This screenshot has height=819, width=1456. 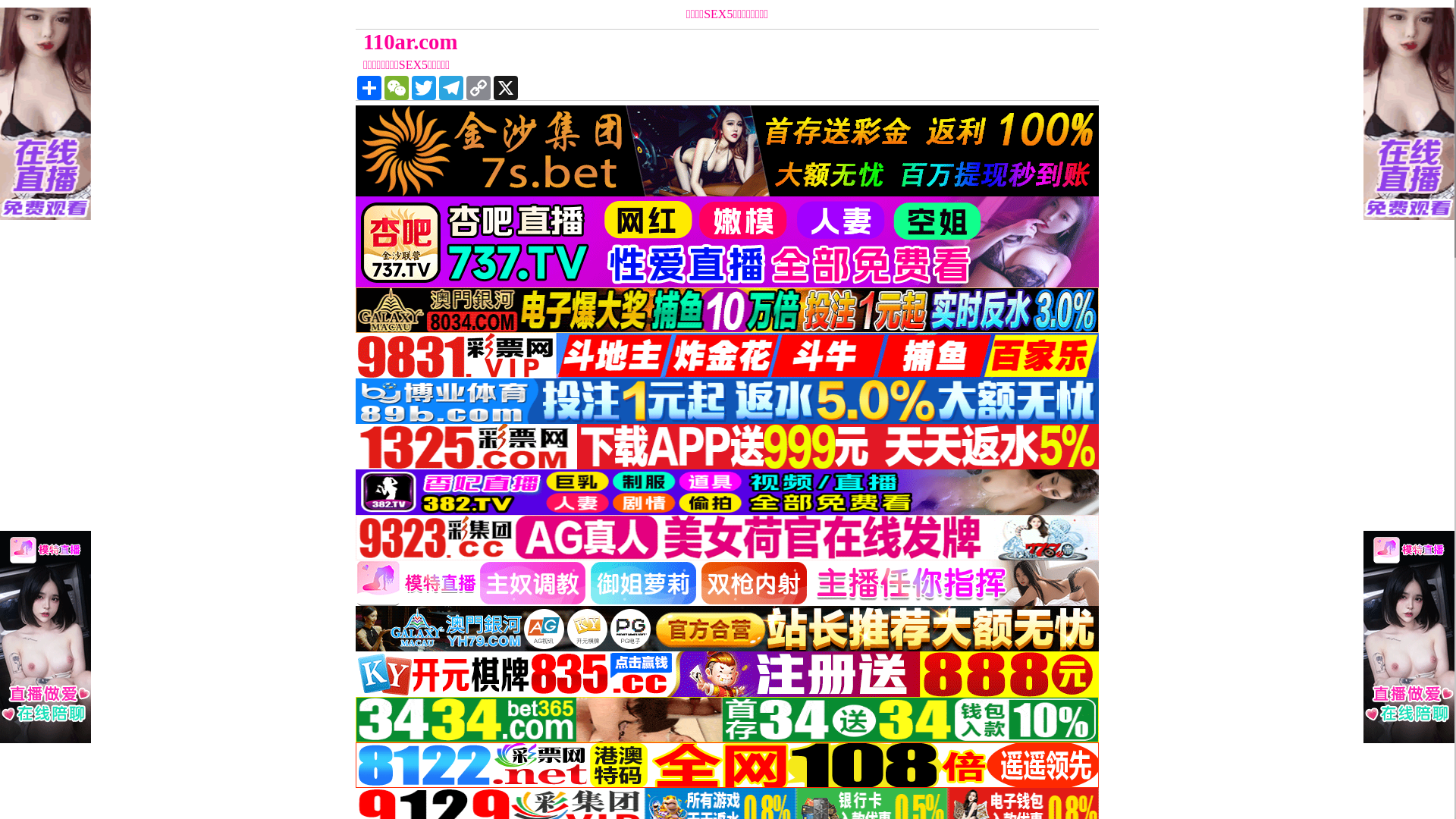 What do you see at coordinates (397, 87) in the screenshot?
I see `'WeChat'` at bounding box center [397, 87].